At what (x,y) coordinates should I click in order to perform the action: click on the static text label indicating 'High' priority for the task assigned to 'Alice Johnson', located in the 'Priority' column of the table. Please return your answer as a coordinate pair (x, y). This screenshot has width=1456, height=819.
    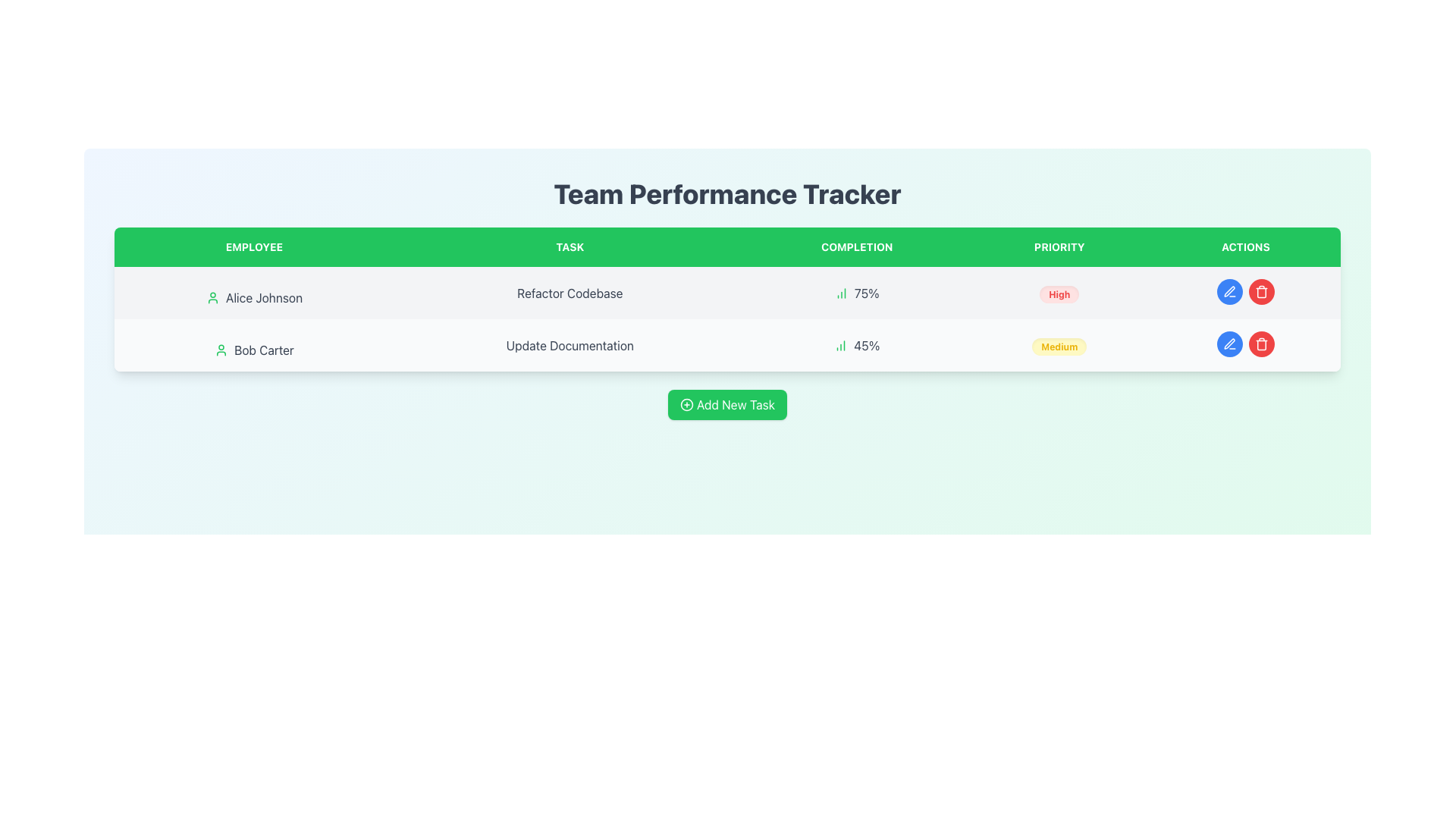
    Looking at the image, I should click on (1059, 293).